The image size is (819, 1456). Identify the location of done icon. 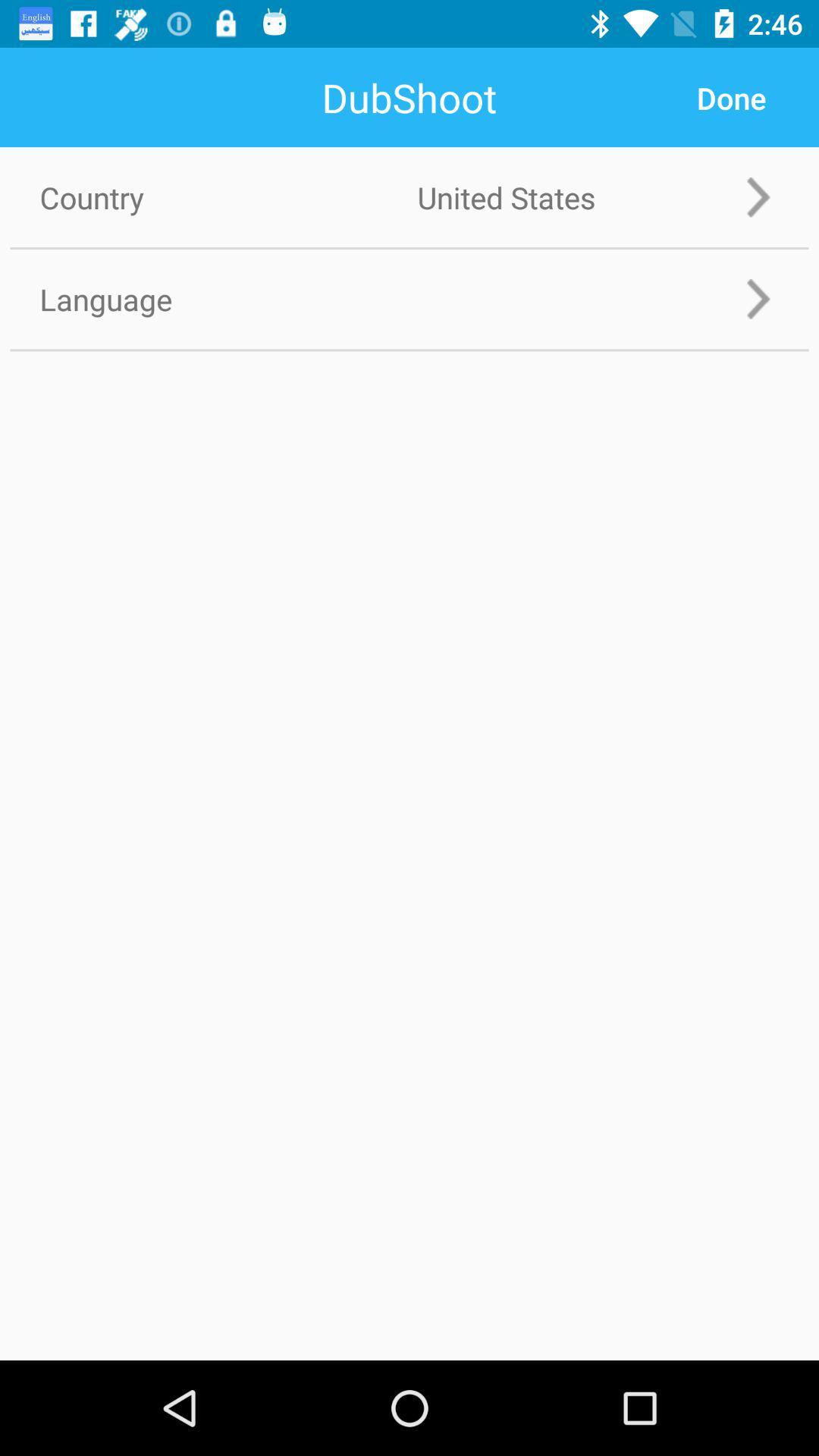
(730, 97).